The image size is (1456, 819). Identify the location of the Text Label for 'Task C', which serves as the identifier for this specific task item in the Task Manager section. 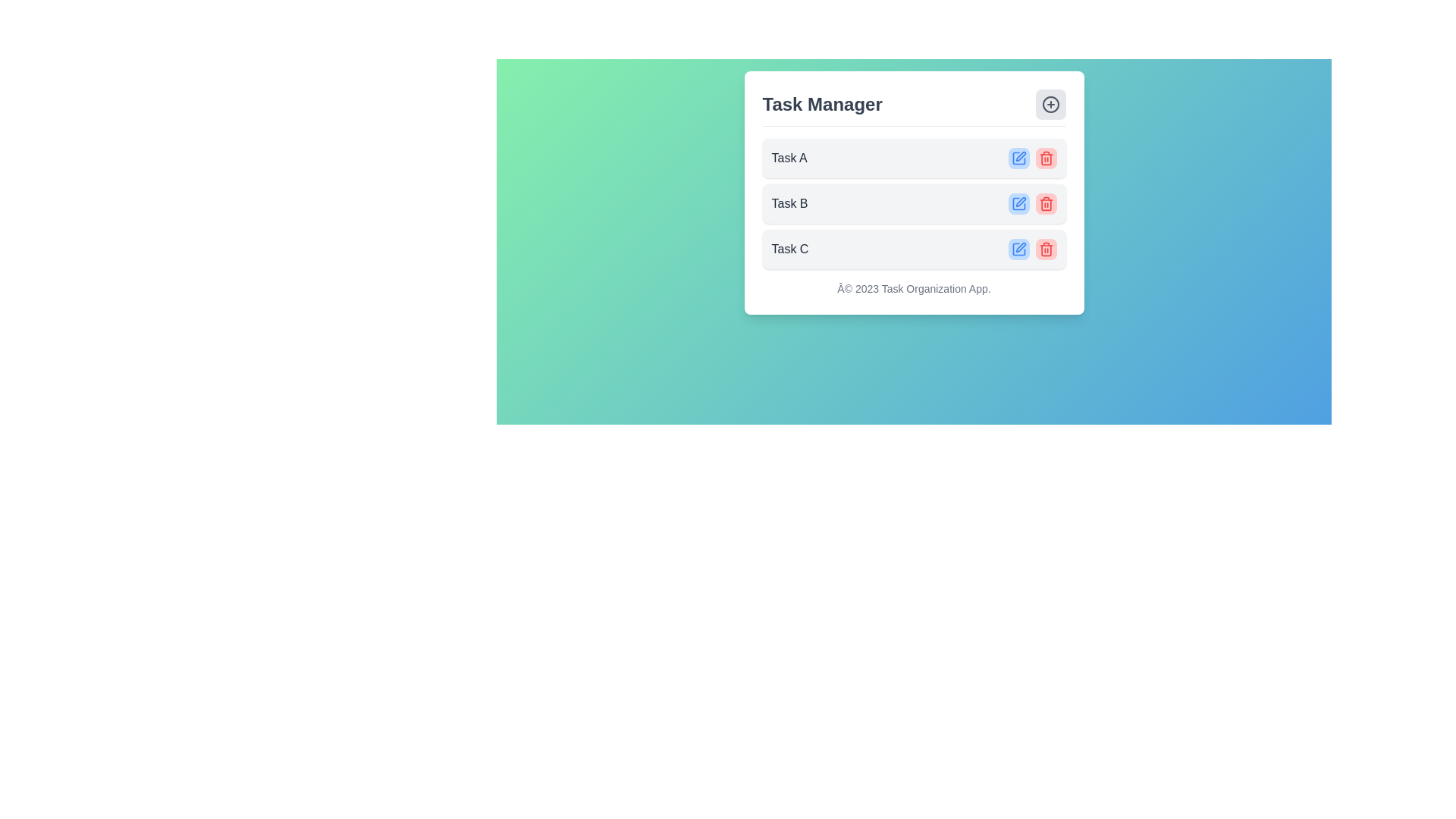
(789, 248).